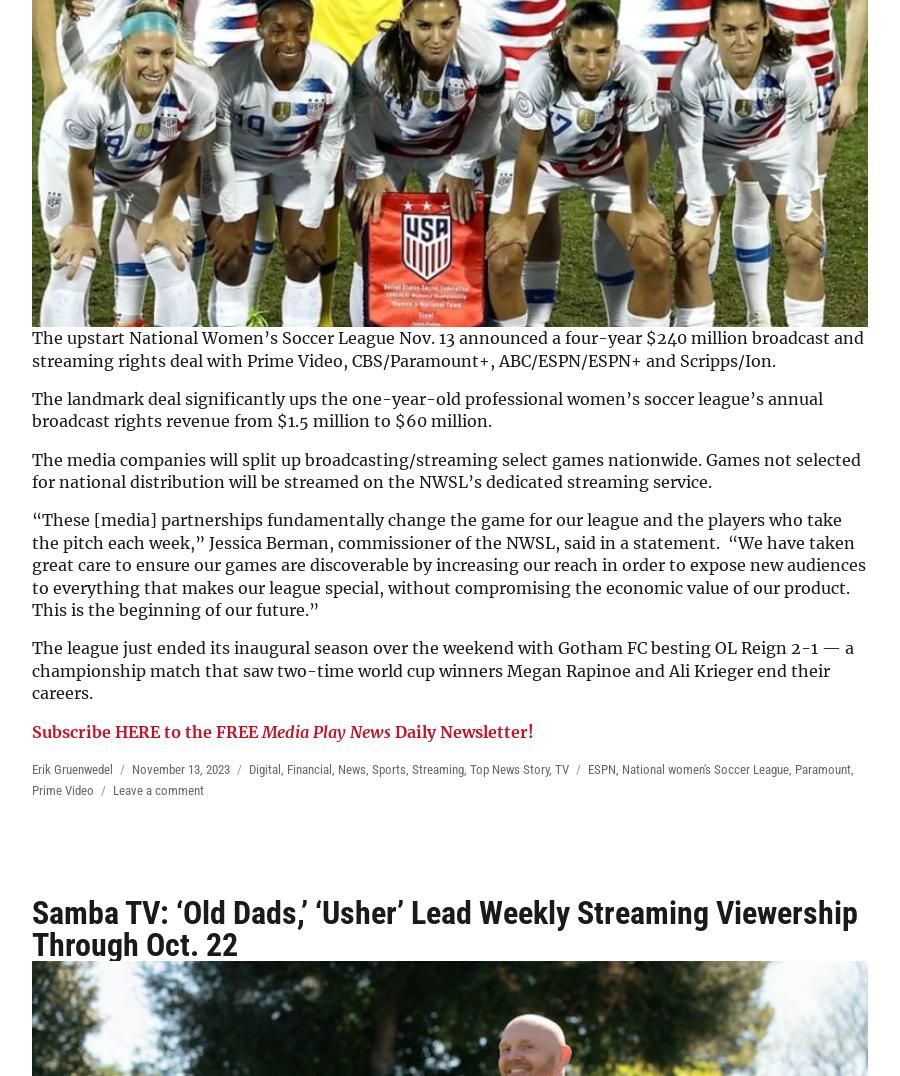 This screenshot has height=1076, width=900. I want to click on 'Media Play News', so click(325, 730).